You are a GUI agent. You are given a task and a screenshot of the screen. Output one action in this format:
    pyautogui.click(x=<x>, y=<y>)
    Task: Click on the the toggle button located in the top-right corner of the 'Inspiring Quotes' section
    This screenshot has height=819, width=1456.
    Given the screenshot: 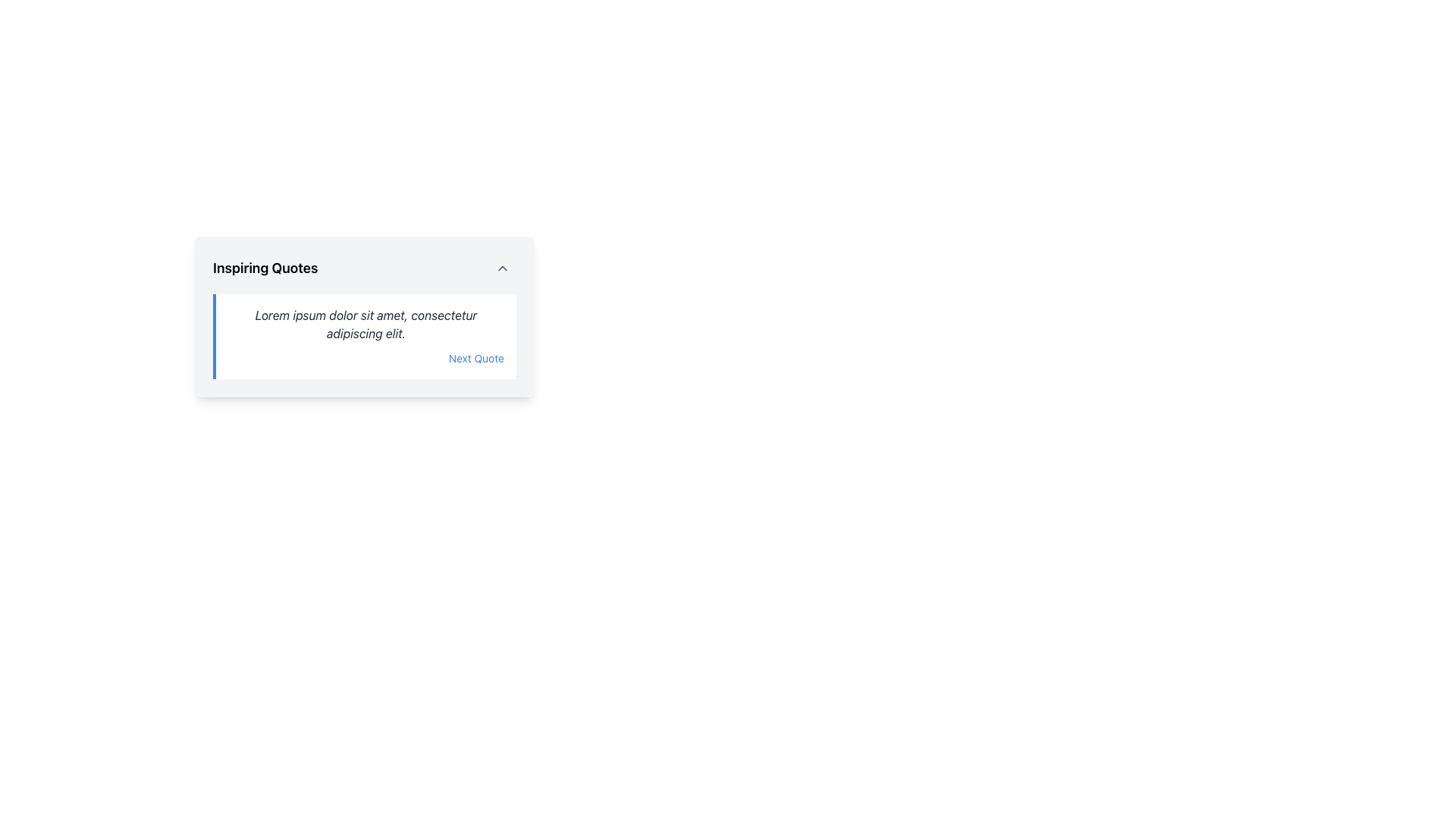 What is the action you would take?
    pyautogui.click(x=502, y=268)
    